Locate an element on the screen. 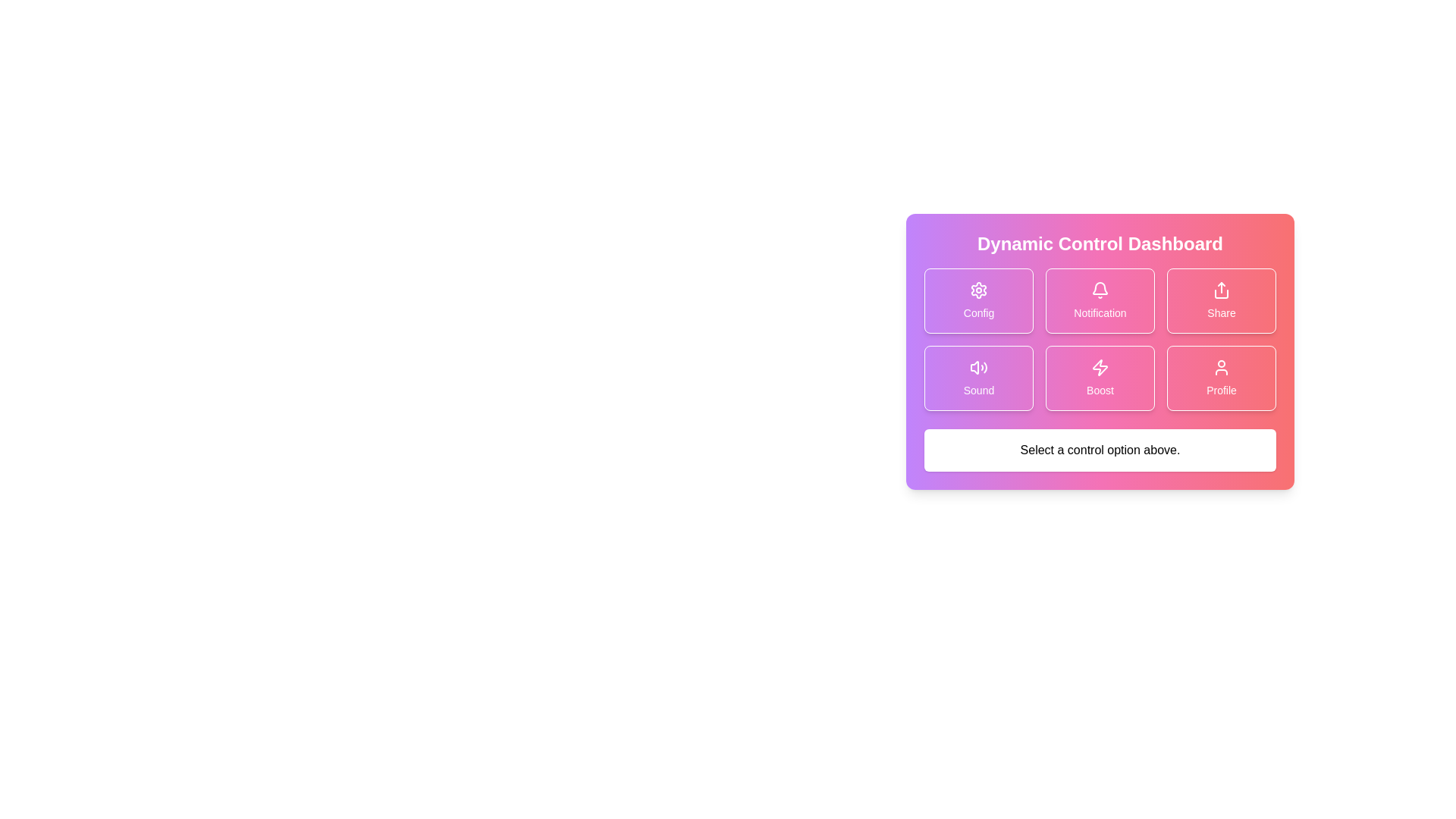  the 'Boost' button located at the bottom-center of the control dashboard to observe any hover effects is located at coordinates (1100, 377).